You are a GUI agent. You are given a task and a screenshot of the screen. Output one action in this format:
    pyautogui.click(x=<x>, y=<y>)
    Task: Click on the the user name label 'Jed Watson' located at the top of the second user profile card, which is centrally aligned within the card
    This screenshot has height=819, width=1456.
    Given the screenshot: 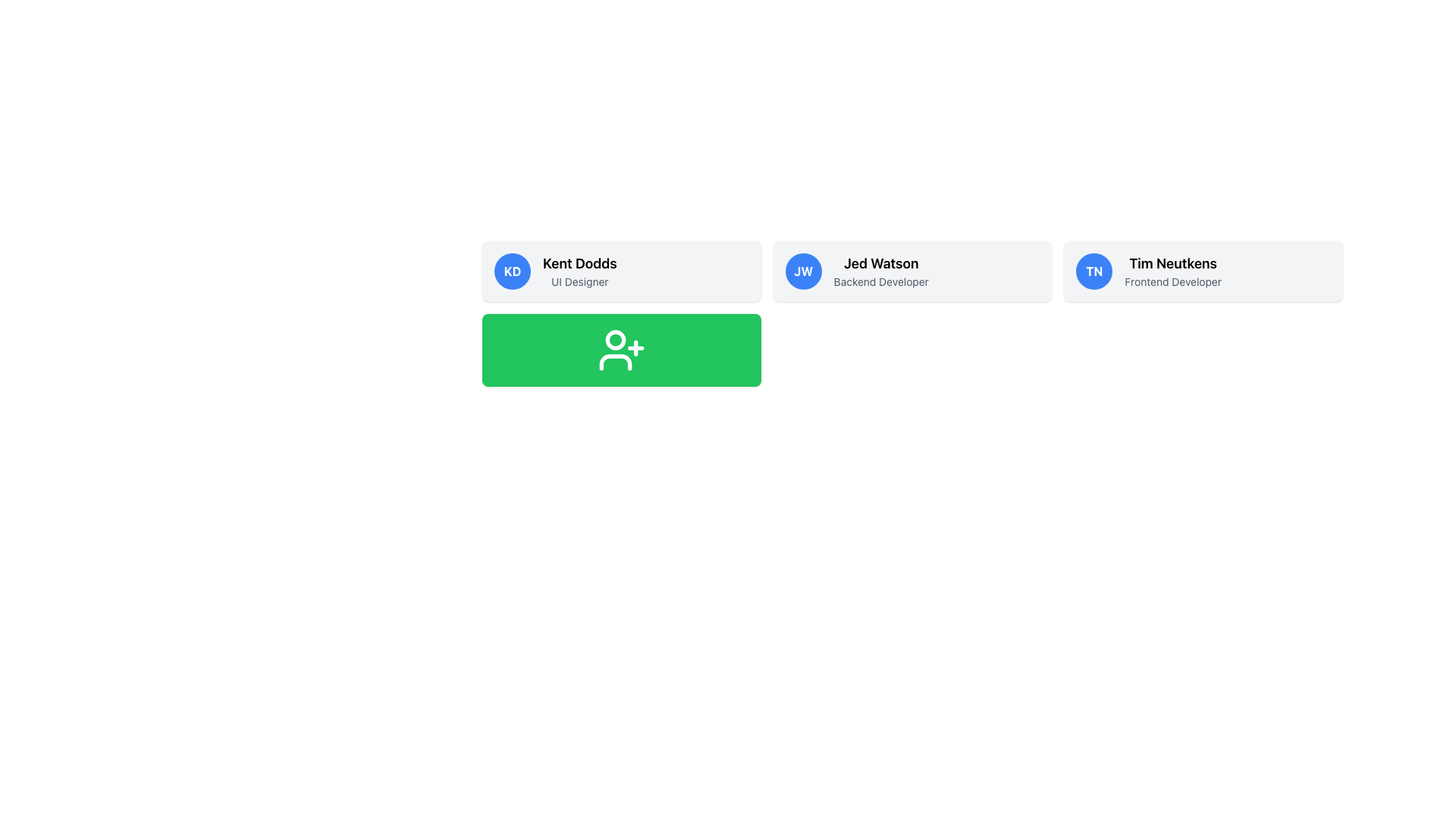 What is the action you would take?
    pyautogui.click(x=881, y=262)
    